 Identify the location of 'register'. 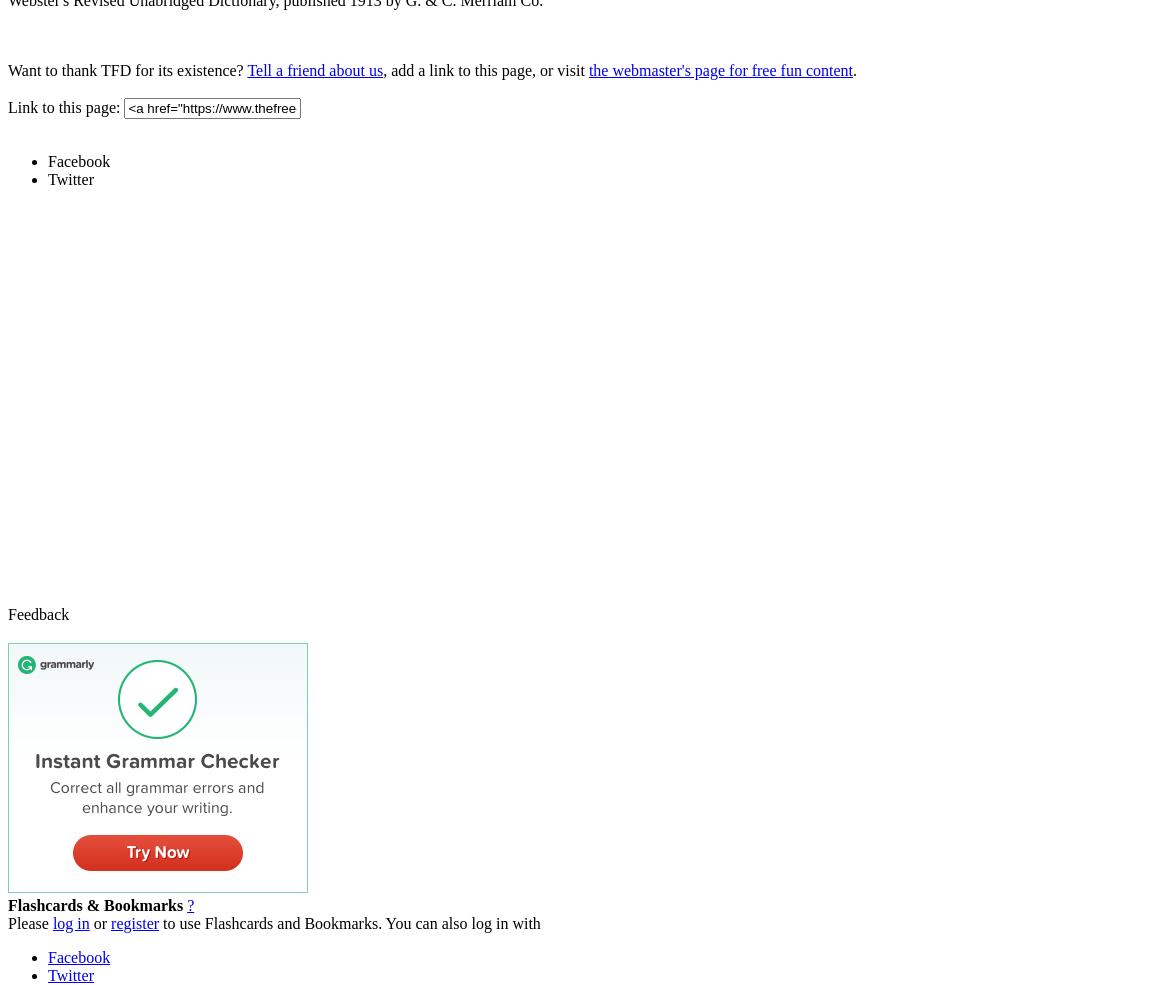
(134, 922).